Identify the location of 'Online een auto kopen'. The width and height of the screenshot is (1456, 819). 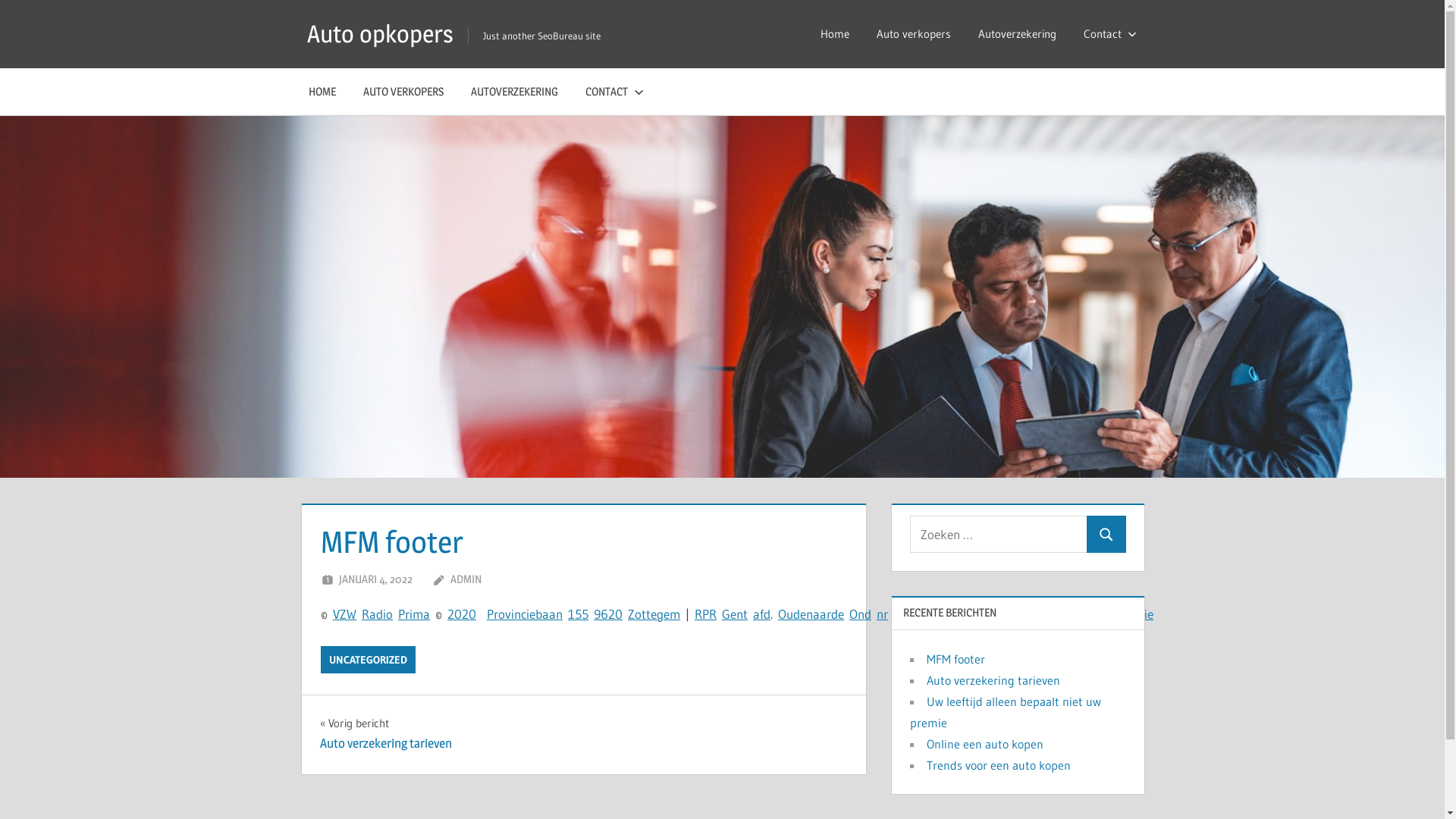
(985, 742).